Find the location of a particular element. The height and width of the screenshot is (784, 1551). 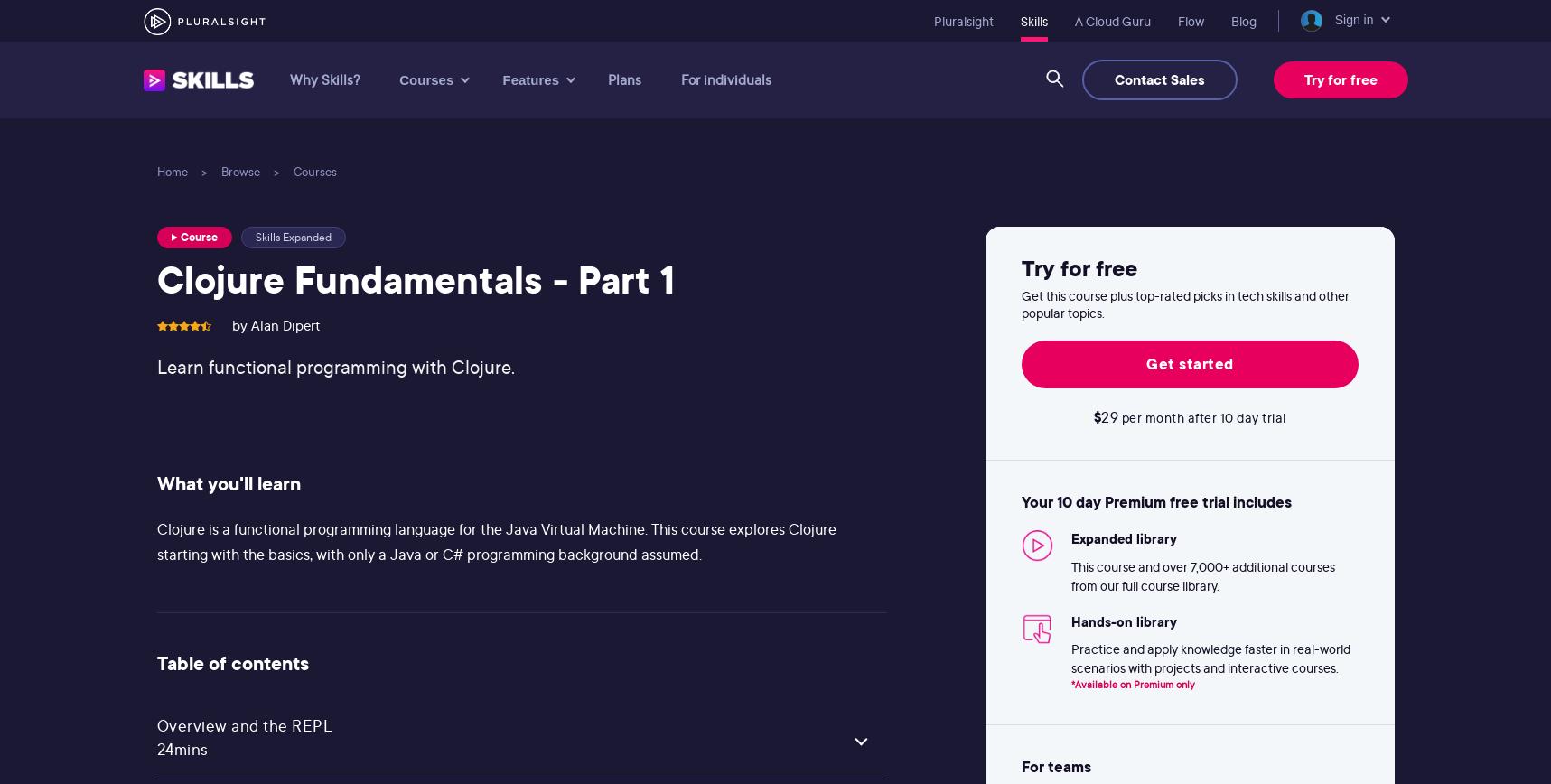

'Skills' is located at coordinates (1033, 20).